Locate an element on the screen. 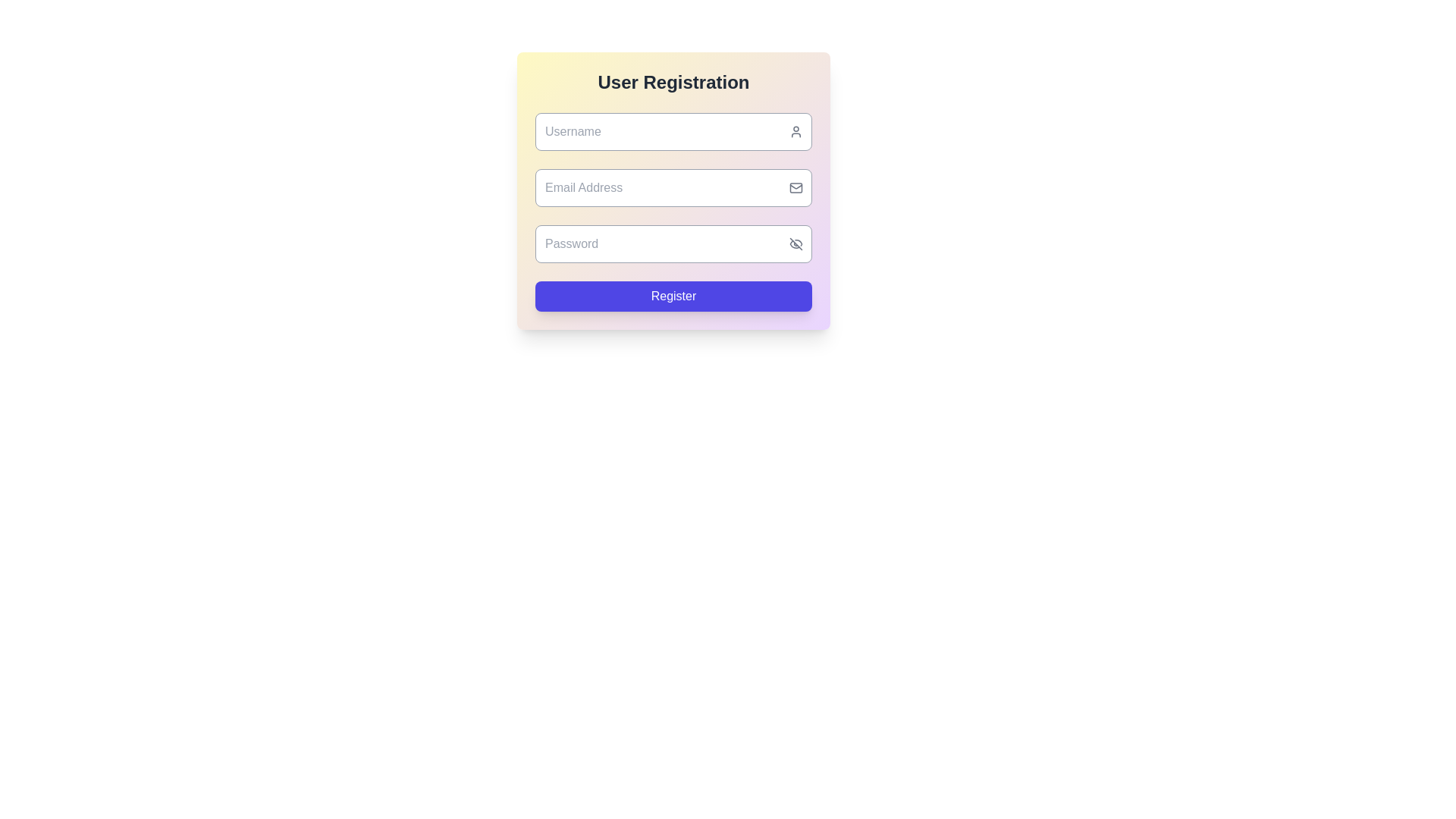 Image resolution: width=1456 pixels, height=819 pixels. the 'hide password' eye icon located to the far right of the password input field in the user registration form to trigger hover effects is located at coordinates (795, 243).